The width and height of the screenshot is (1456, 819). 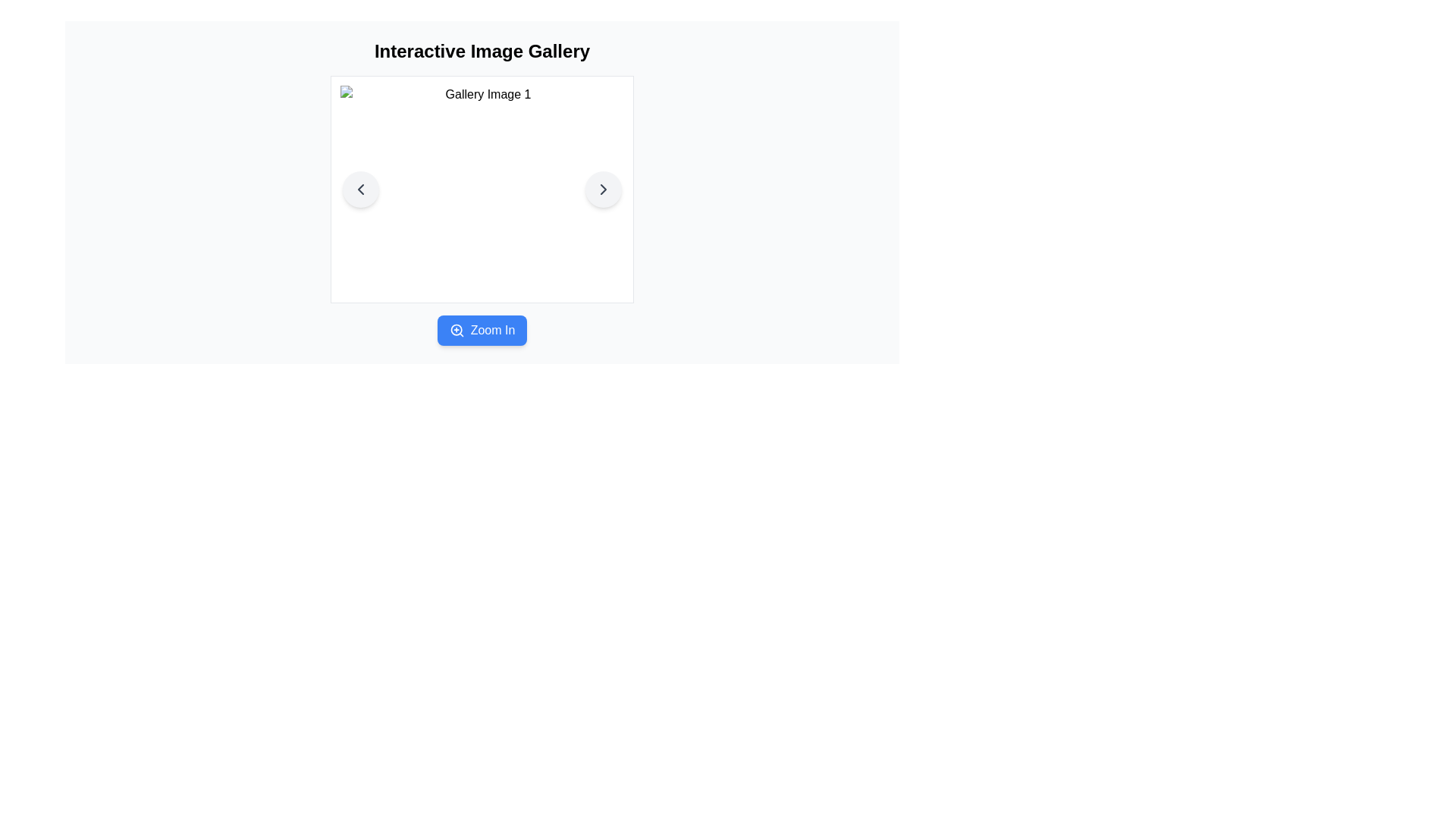 What do you see at coordinates (481, 51) in the screenshot?
I see `main title of the image gallery, which is centrally positioned at the top of the interface, serving as context for the elements below` at bounding box center [481, 51].